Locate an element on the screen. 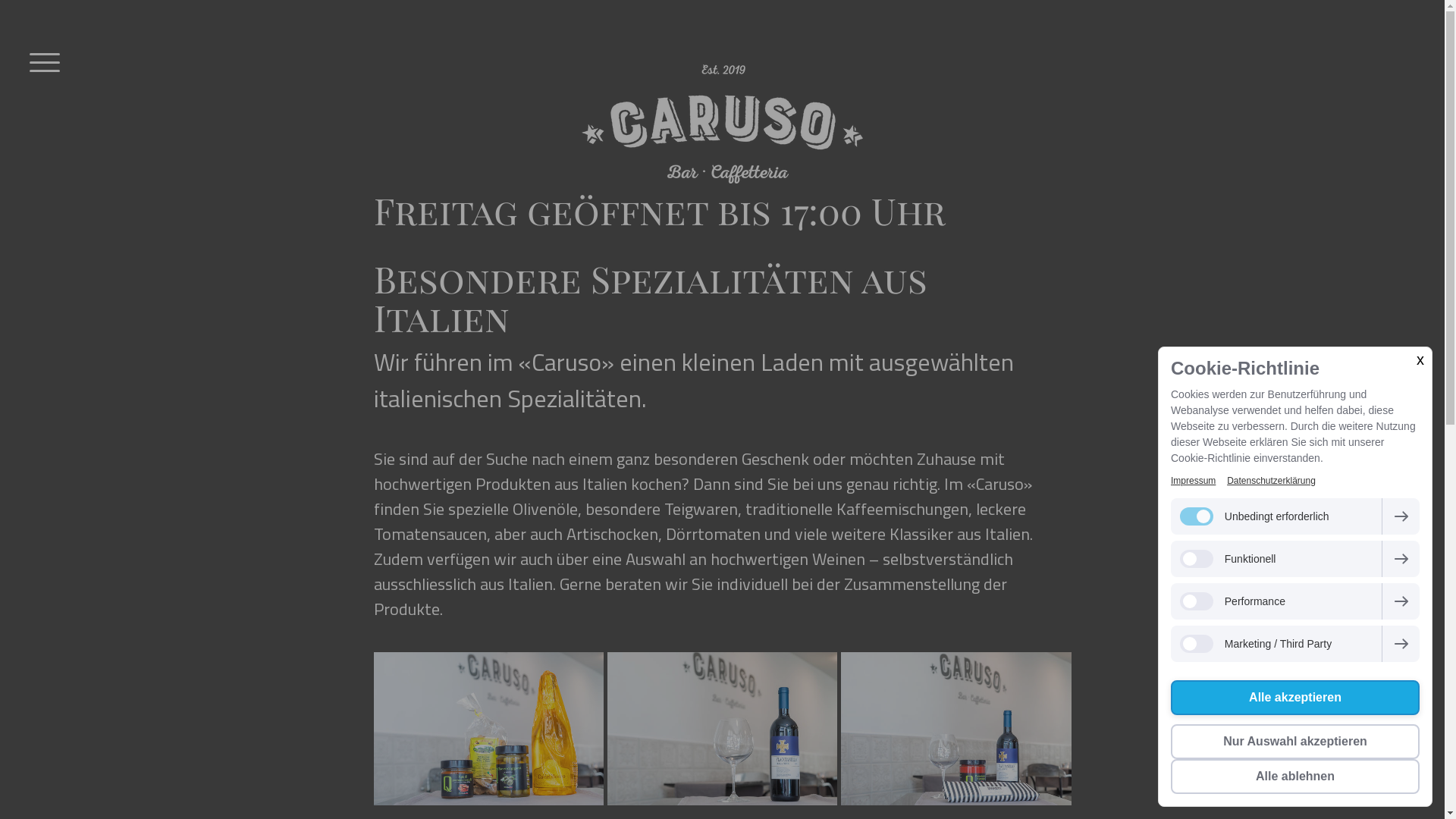 Image resolution: width=1456 pixels, height=819 pixels. 'Impressum' is located at coordinates (1192, 480).